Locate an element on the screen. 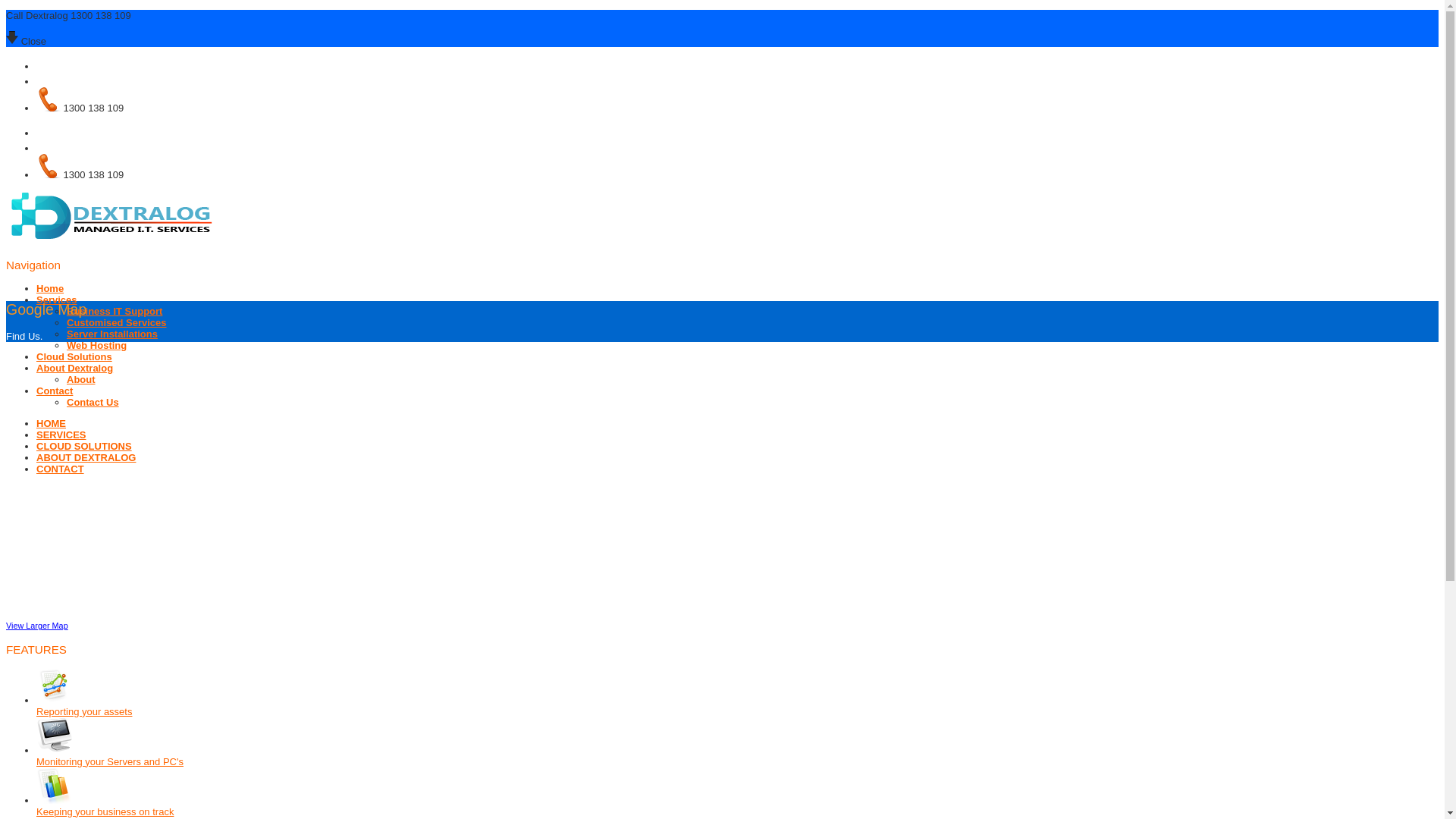 The image size is (1456, 819). 'Monitoring your Servers and PC's' is located at coordinates (108, 761).